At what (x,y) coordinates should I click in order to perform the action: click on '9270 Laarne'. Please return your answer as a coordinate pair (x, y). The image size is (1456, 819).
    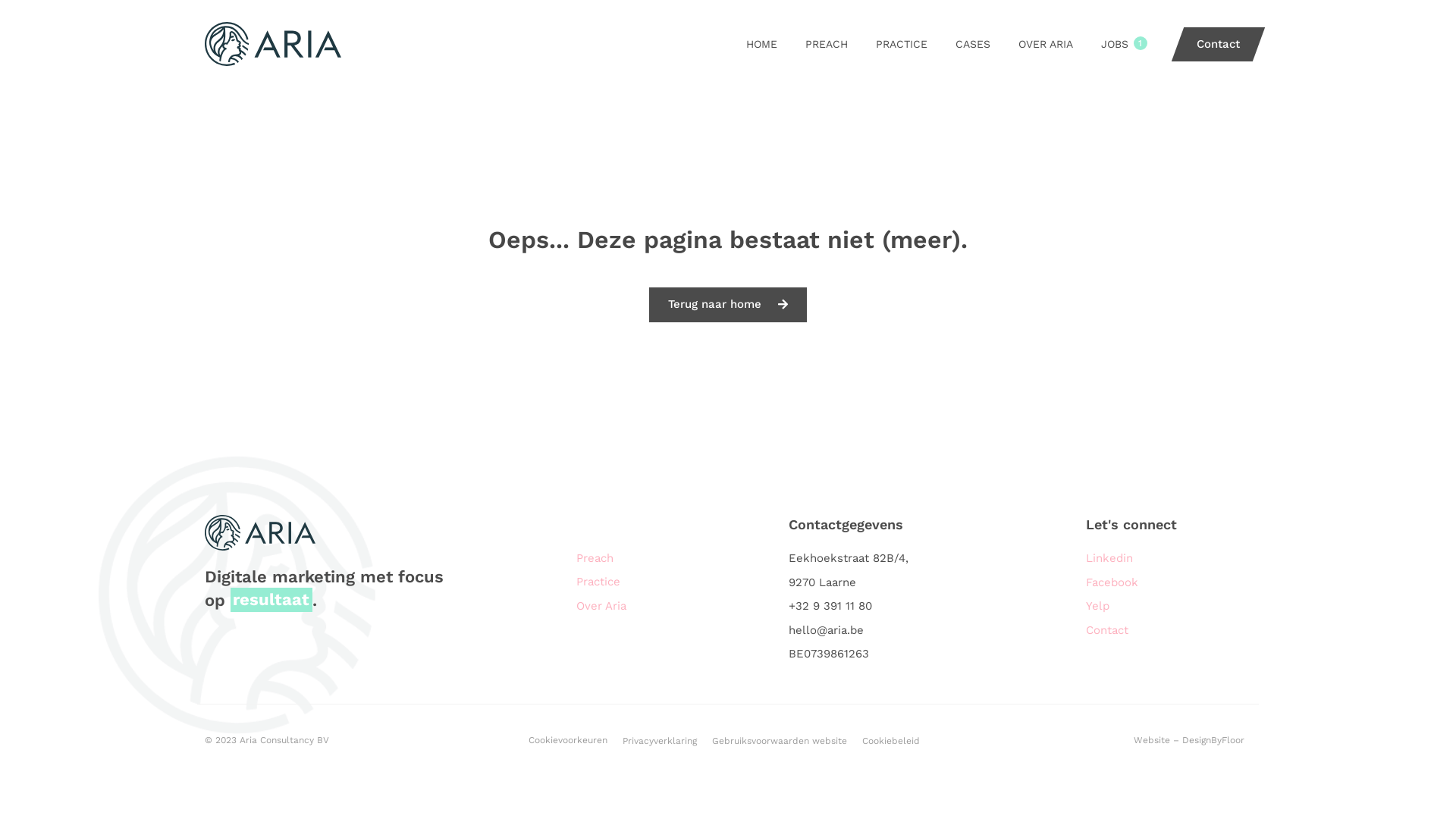
    Looking at the image, I should click on (789, 582).